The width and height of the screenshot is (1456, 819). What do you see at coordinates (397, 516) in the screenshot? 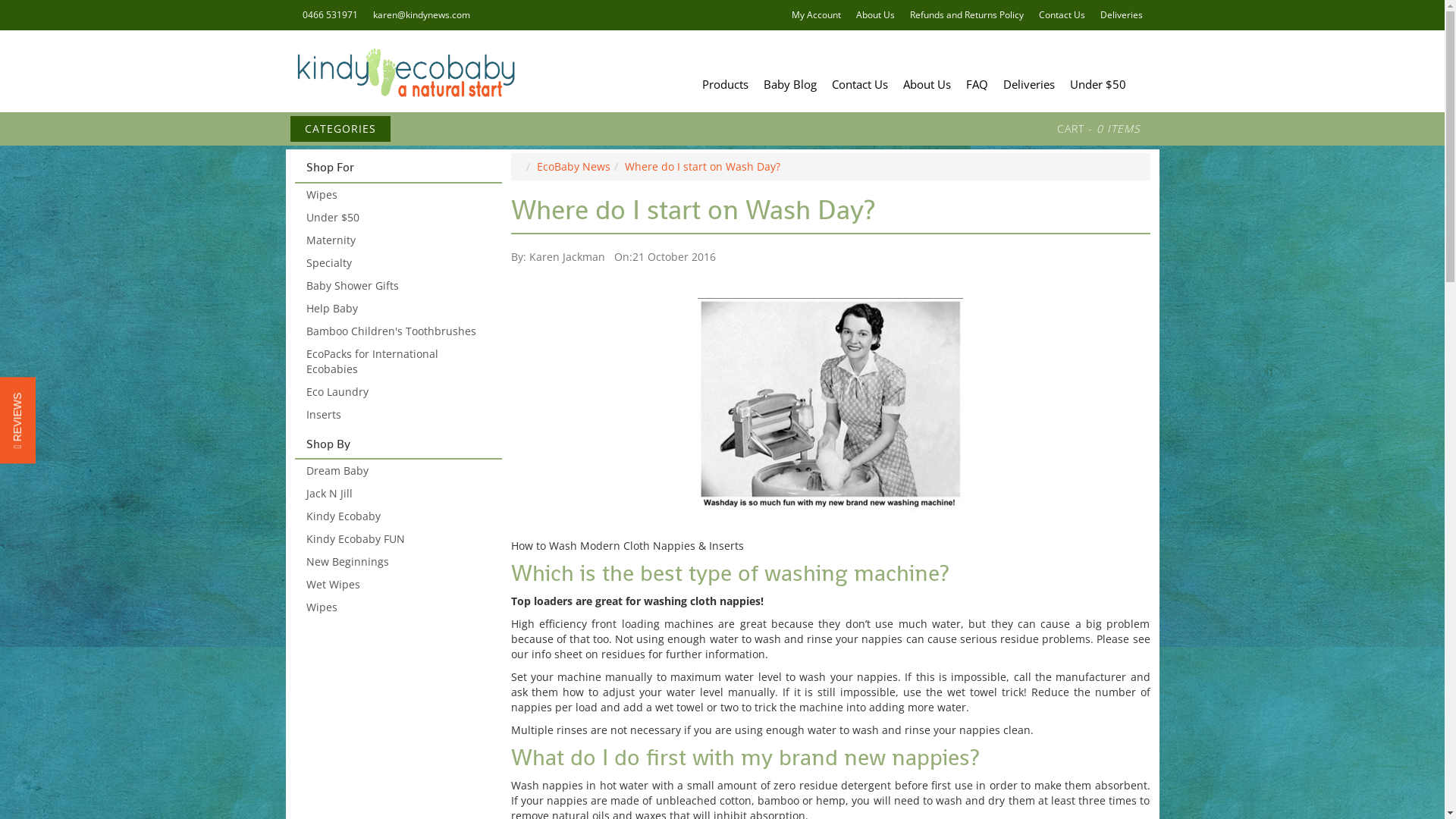
I see `'Kindy Ecobaby'` at bounding box center [397, 516].